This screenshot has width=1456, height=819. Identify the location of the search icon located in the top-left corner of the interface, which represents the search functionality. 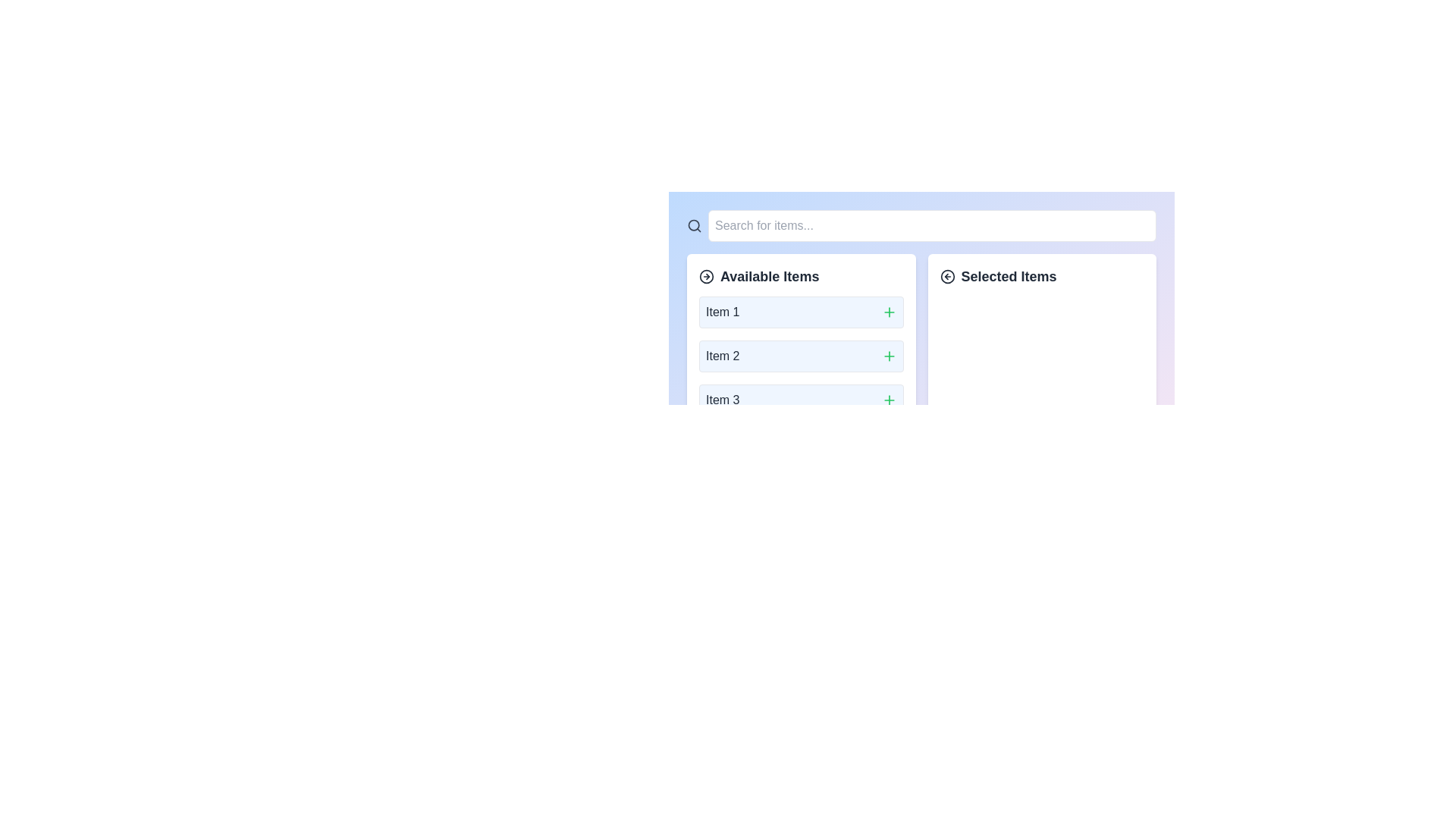
(693, 225).